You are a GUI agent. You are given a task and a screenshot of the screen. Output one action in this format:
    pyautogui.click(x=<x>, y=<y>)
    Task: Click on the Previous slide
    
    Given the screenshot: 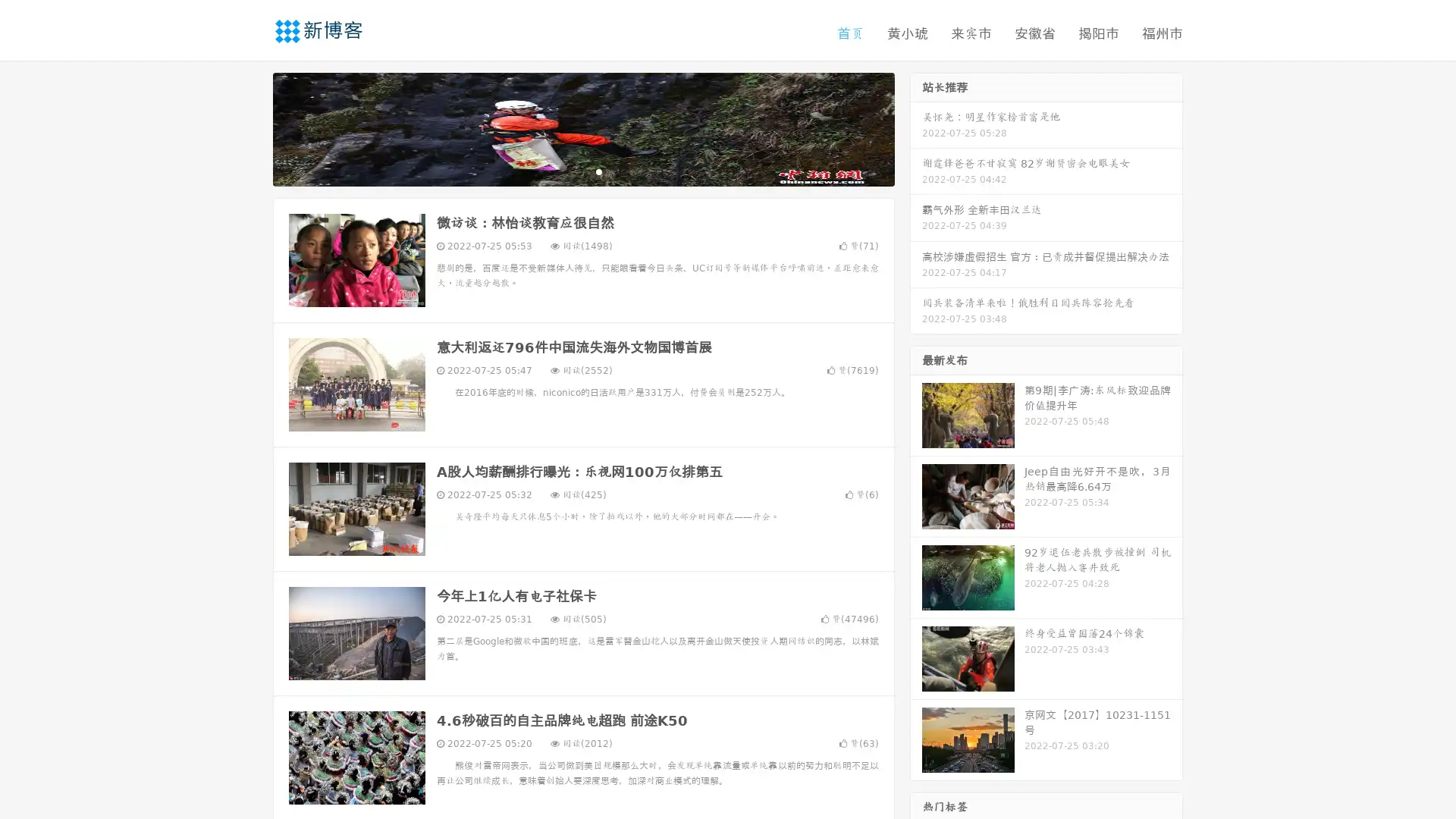 What is the action you would take?
    pyautogui.click(x=250, y=127)
    